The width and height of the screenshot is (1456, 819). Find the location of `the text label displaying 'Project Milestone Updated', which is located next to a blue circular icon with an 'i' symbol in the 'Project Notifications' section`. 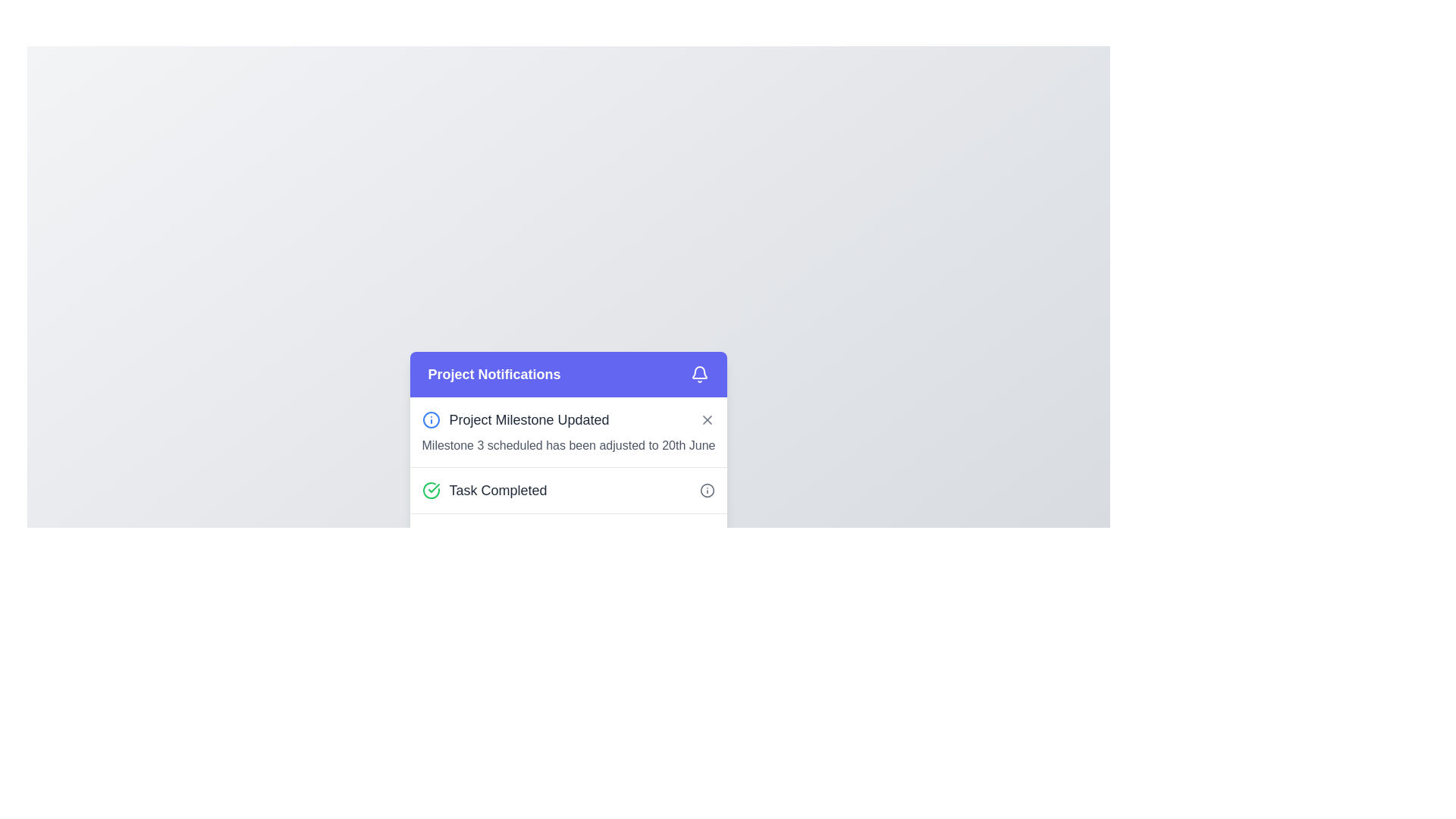

the text label displaying 'Project Milestone Updated', which is located next to a blue circular icon with an 'i' symbol in the 'Project Notifications' section is located at coordinates (529, 420).